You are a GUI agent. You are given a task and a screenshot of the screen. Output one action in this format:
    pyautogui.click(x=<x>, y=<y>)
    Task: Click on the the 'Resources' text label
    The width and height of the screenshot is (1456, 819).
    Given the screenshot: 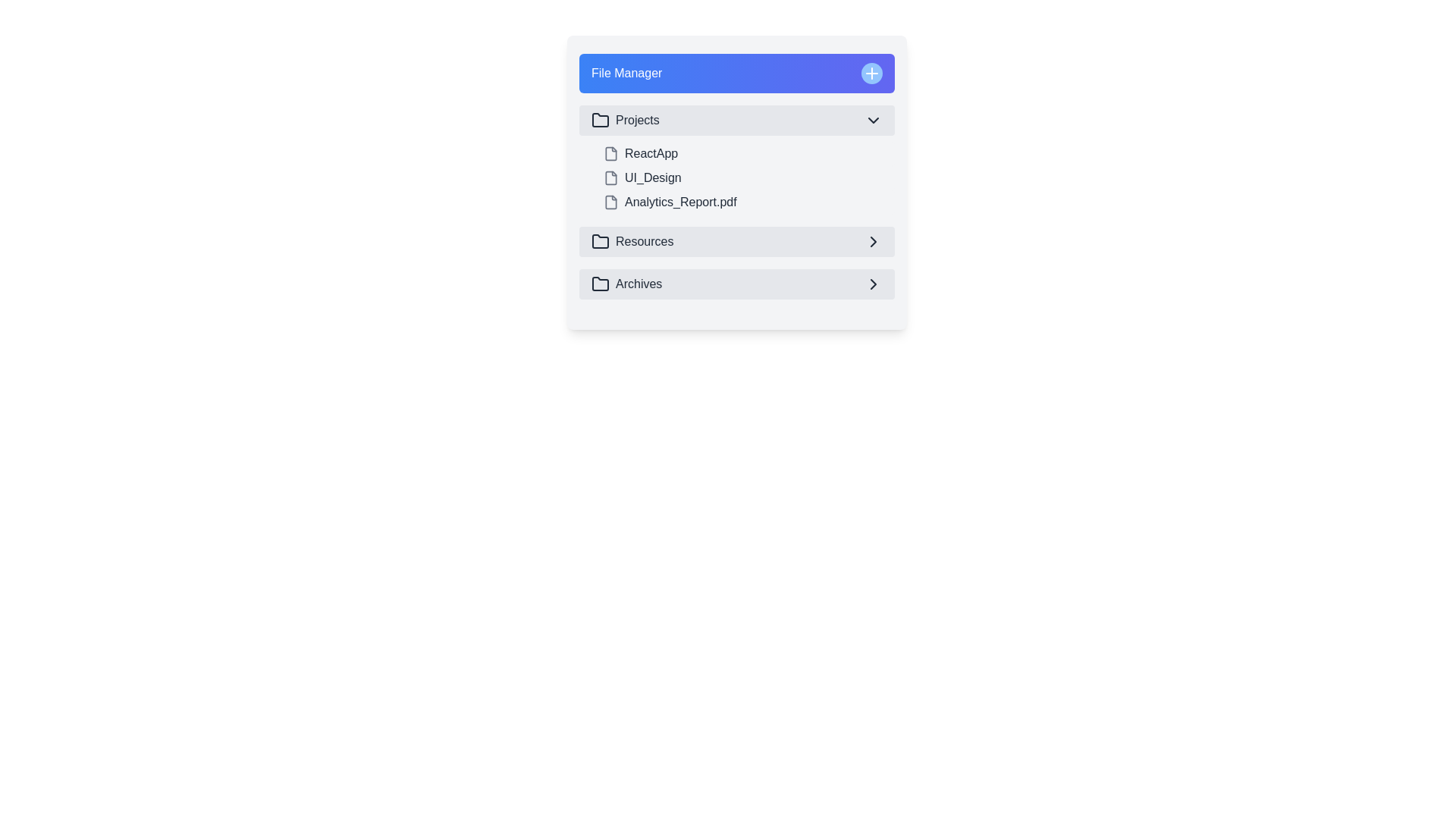 What is the action you would take?
    pyautogui.click(x=644, y=241)
    